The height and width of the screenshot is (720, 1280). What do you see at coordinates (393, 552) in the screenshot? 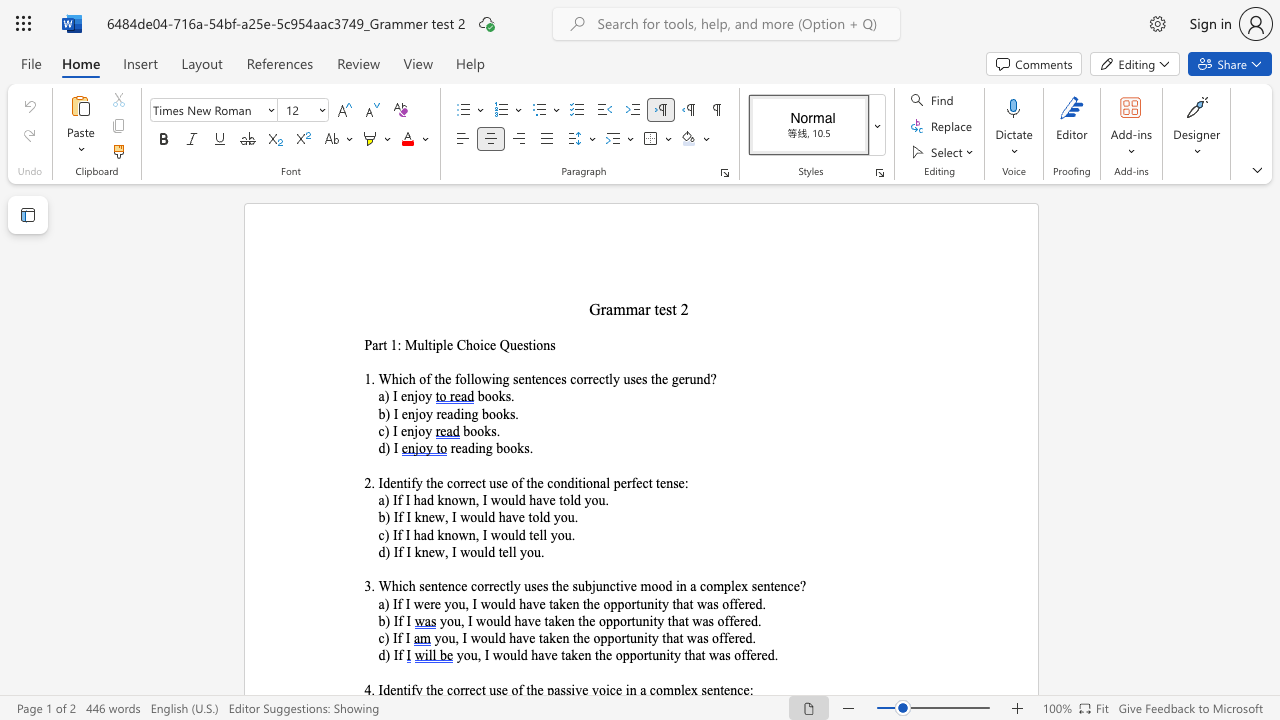
I see `the subset text "If I knew, I would" within the text "d) If I knew, I would tell you."` at bounding box center [393, 552].